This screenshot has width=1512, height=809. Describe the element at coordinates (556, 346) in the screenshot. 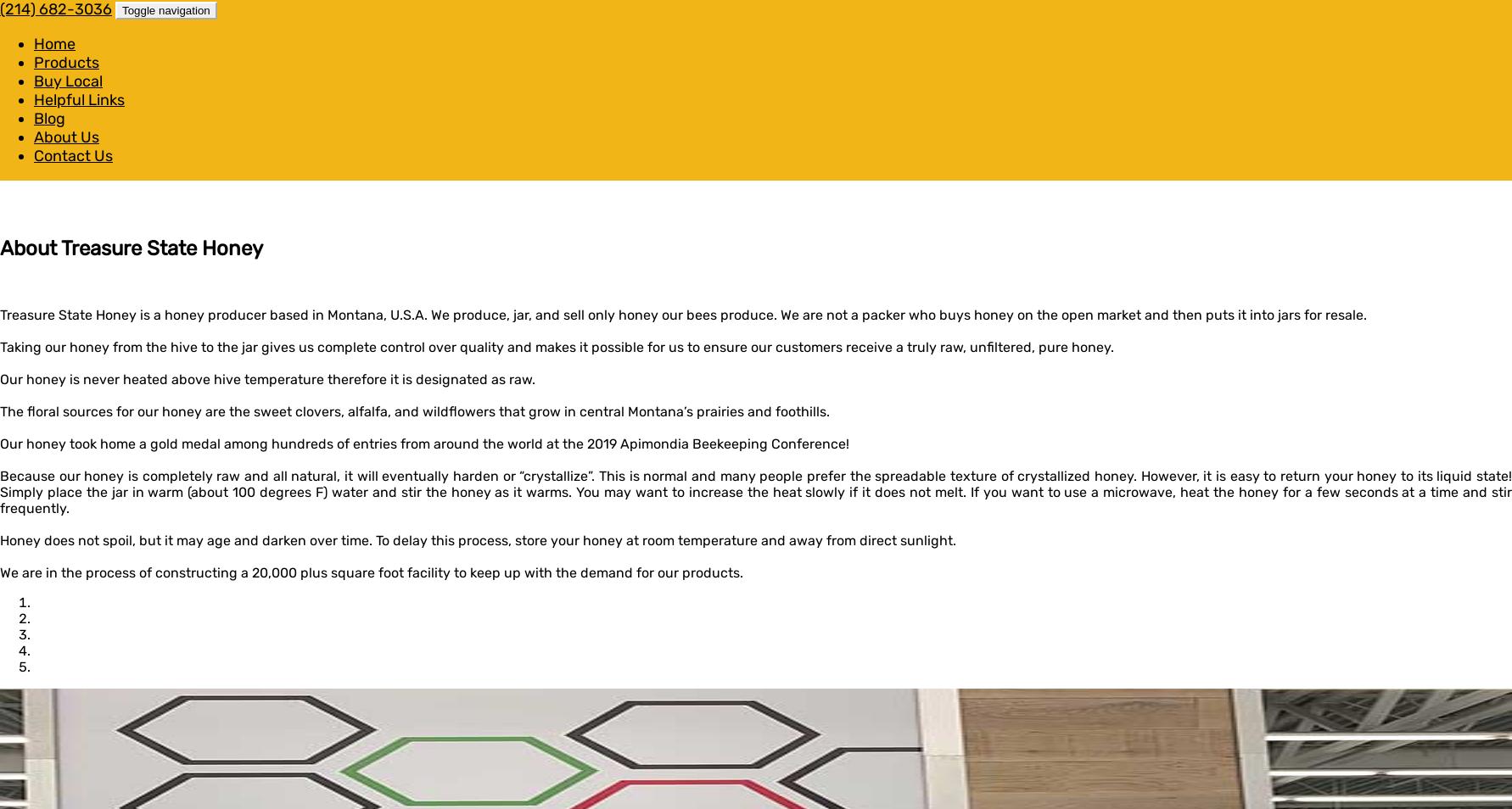

I see `'Taking our honey from the hive to the jar gives us complete control over quality and makes it possible for us to ensure our customers receive a truly raw, unfiltered, pure honey.'` at that location.